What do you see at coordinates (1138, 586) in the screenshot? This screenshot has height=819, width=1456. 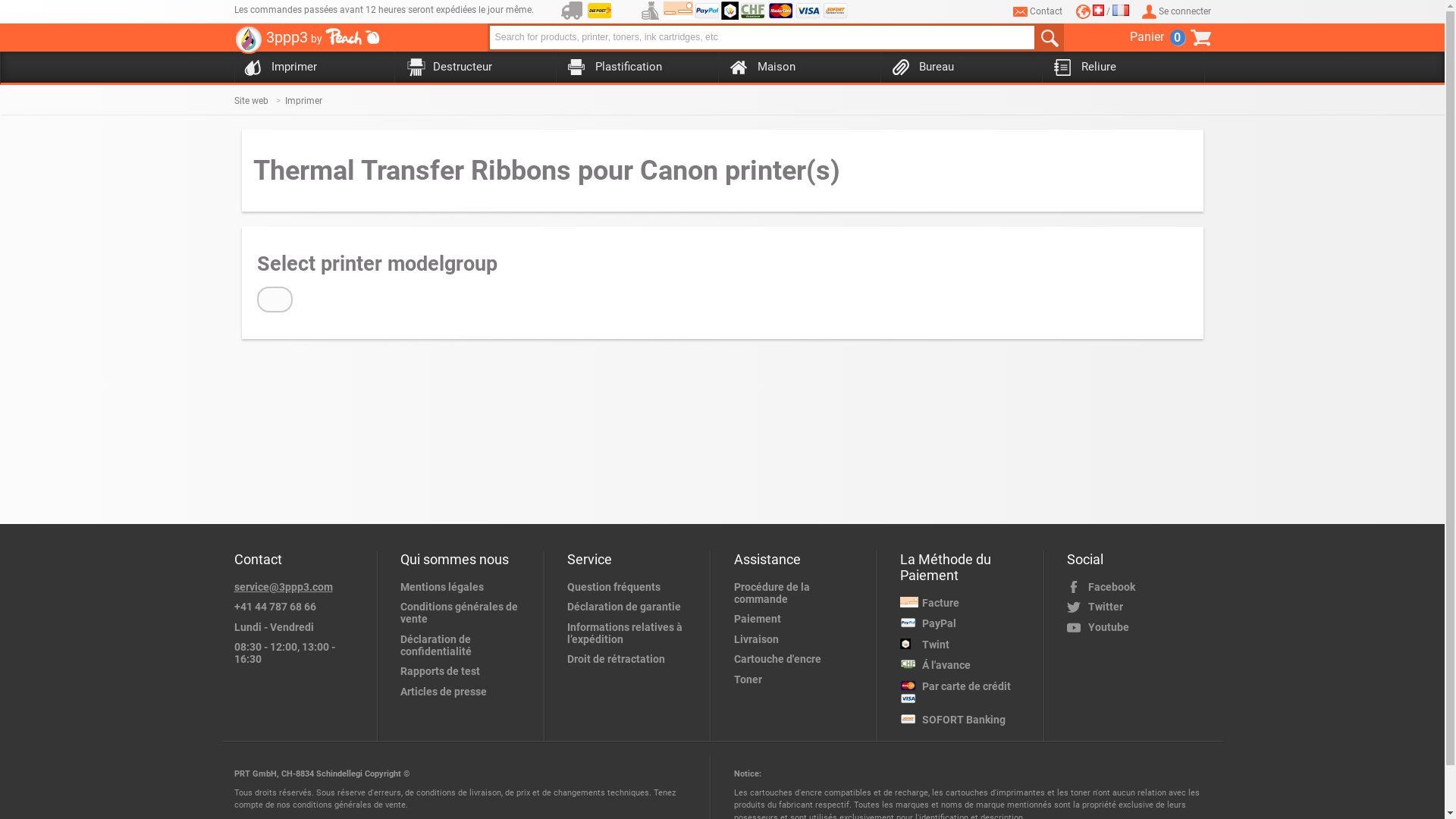 I see `'Facebook'` at bounding box center [1138, 586].